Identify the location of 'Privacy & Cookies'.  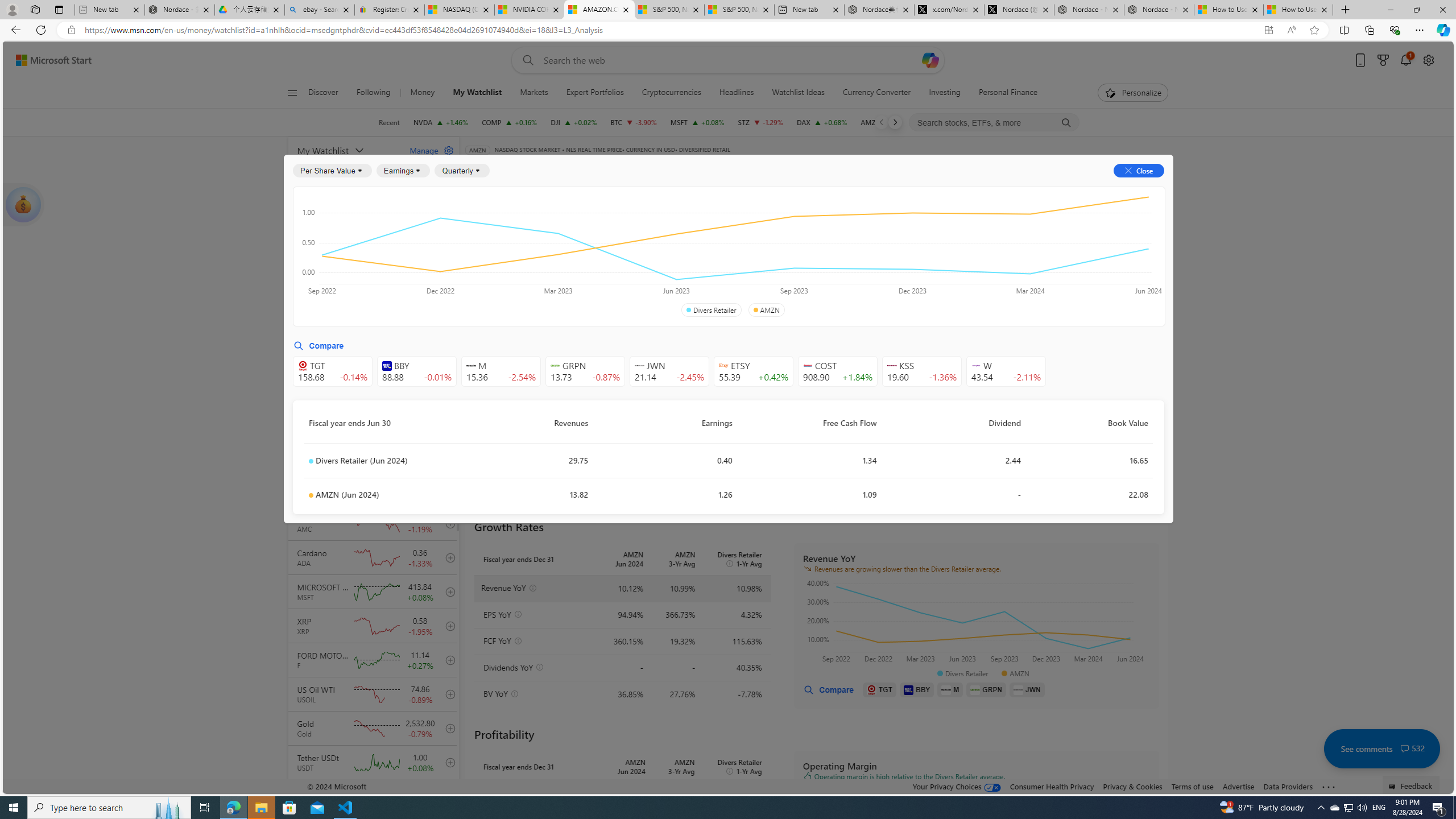
(1131, 786).